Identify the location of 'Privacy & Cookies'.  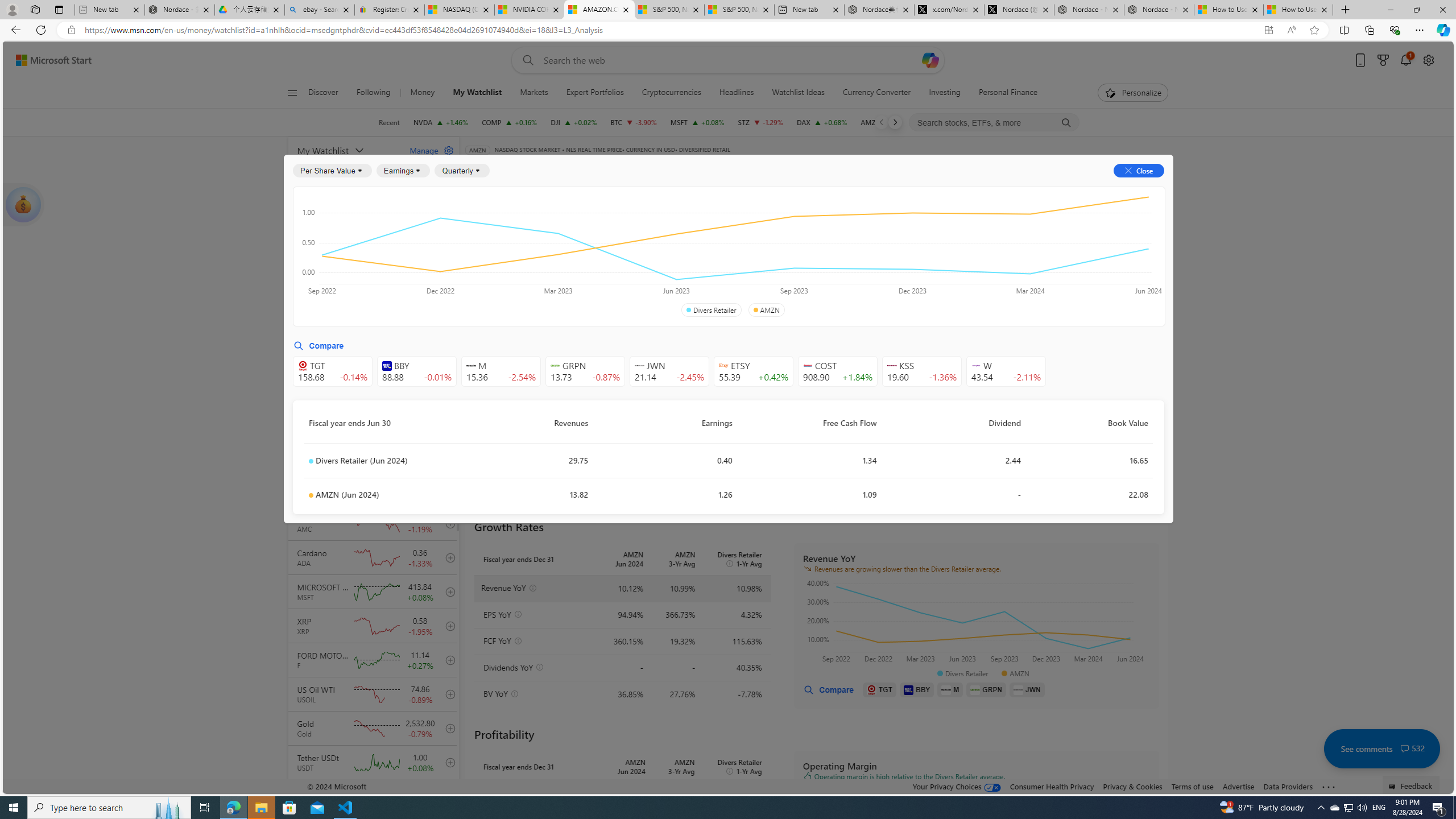
(1131, 786).